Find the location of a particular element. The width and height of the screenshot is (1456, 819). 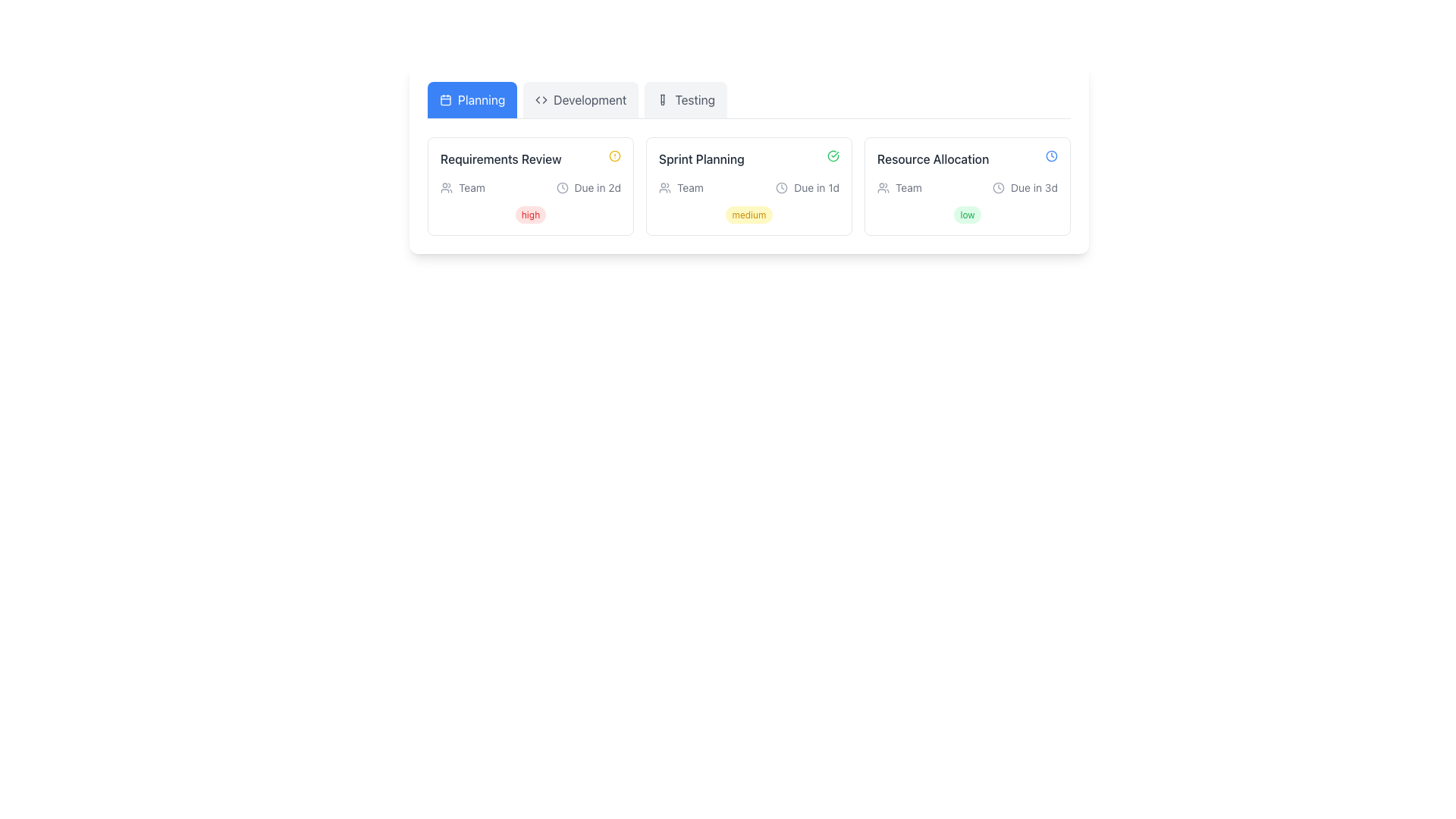

the Informative label component displaying 'Due in 1d' with a clock icon, located in the 'Sprint Planning' section beneath the task title is located at coordinates (807, 187).